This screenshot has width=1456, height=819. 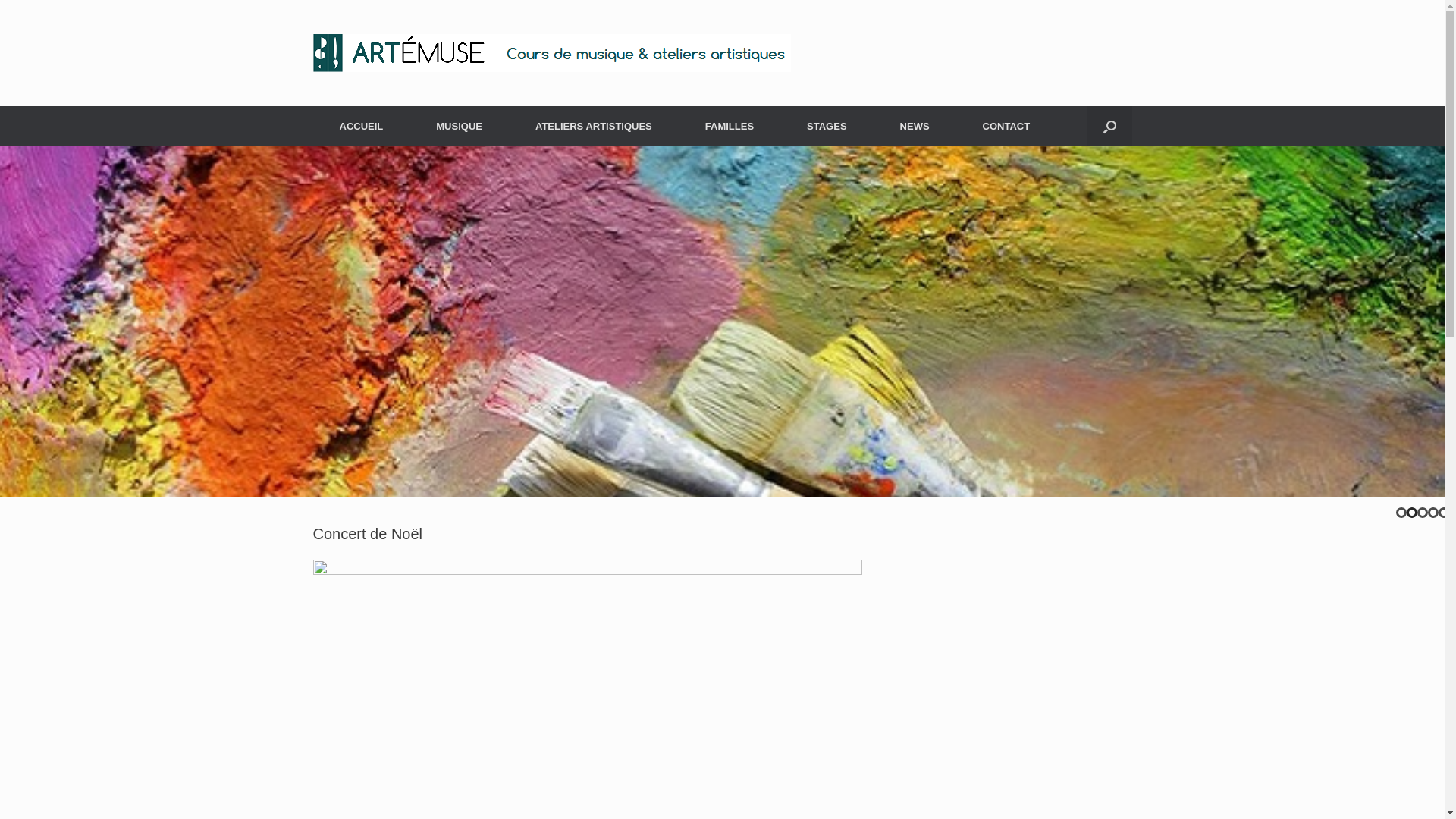 What do you see at coordinates (592, 125) in the screenshot?
I see `'ATELIERS ARTISTIQUES'` at bounding box center [592, 125].